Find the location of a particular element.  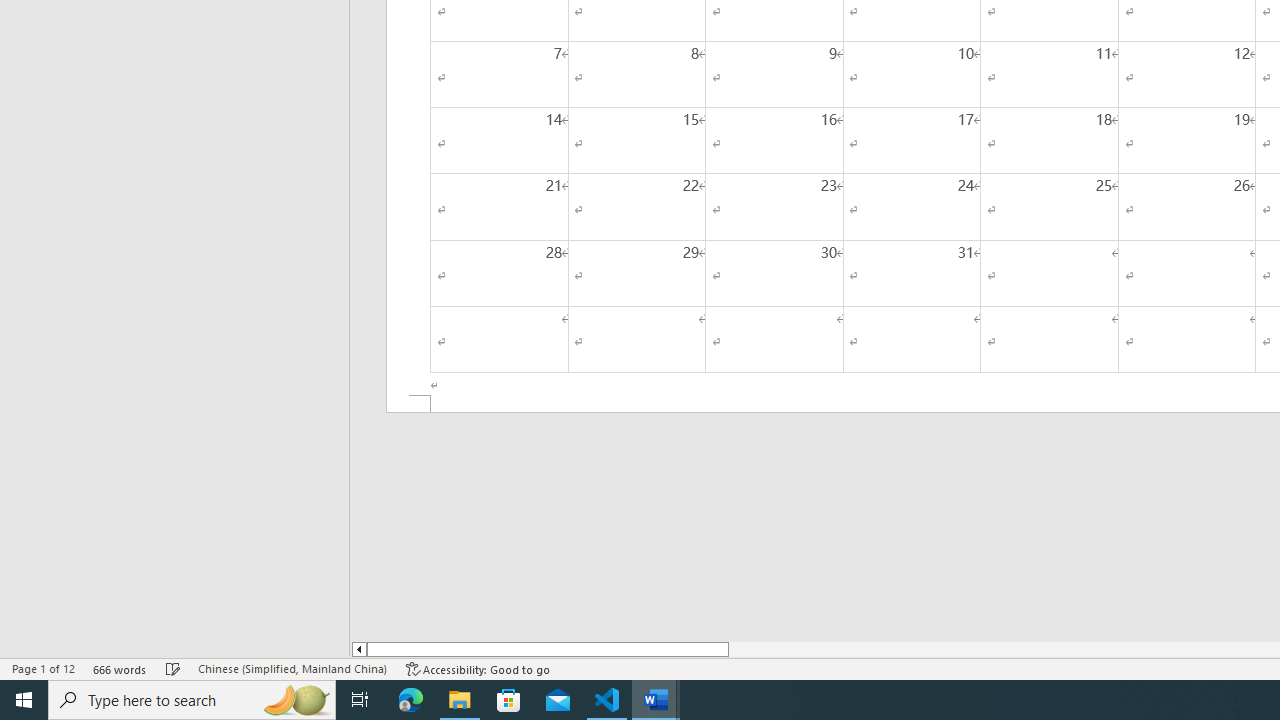

'Accessibility Checker Accessibility: Good to go' is located at coordinates (477, 669).